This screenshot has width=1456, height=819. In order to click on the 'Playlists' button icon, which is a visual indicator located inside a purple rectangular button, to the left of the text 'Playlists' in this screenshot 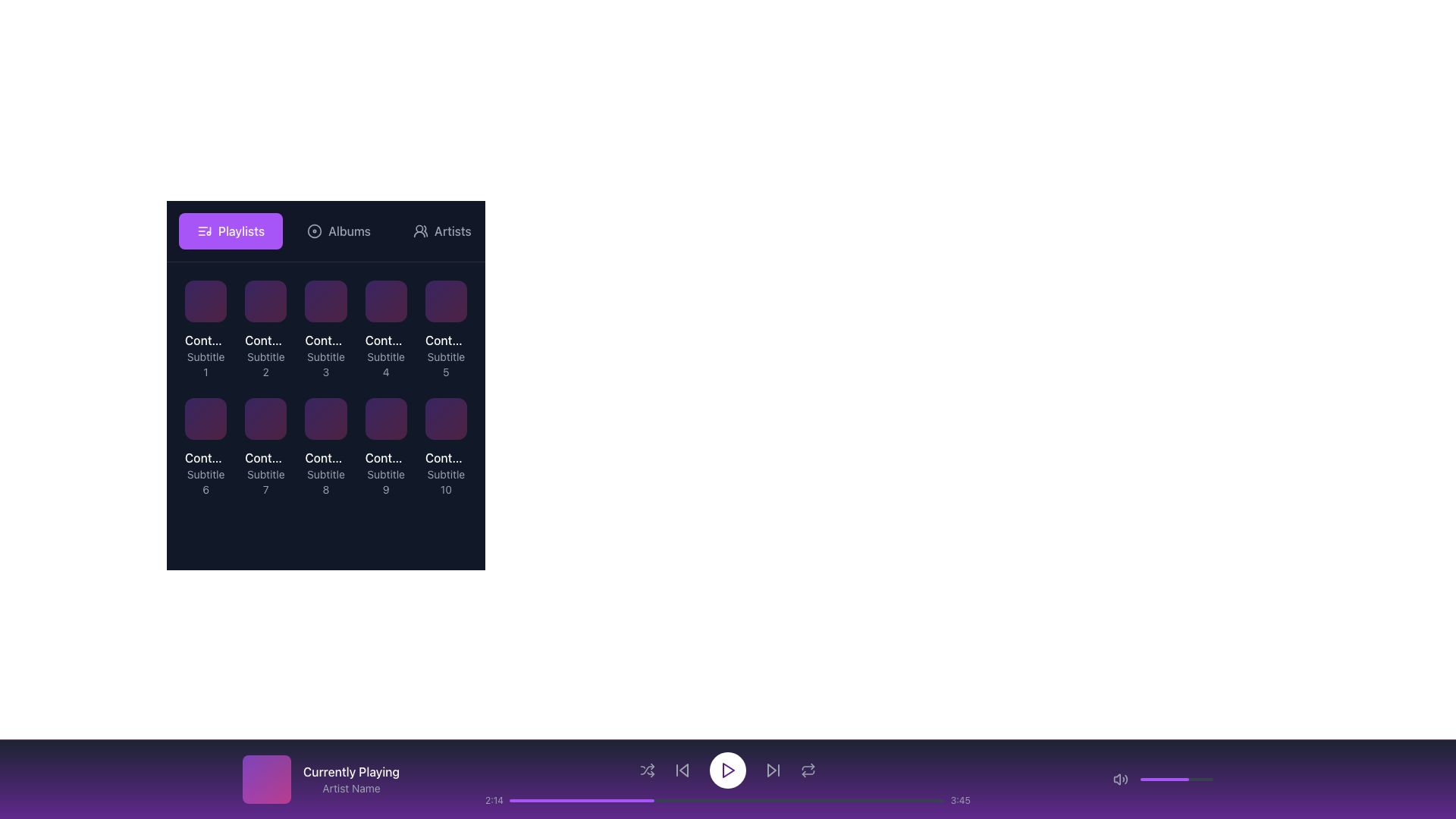, I will do `click(203, 231)`.